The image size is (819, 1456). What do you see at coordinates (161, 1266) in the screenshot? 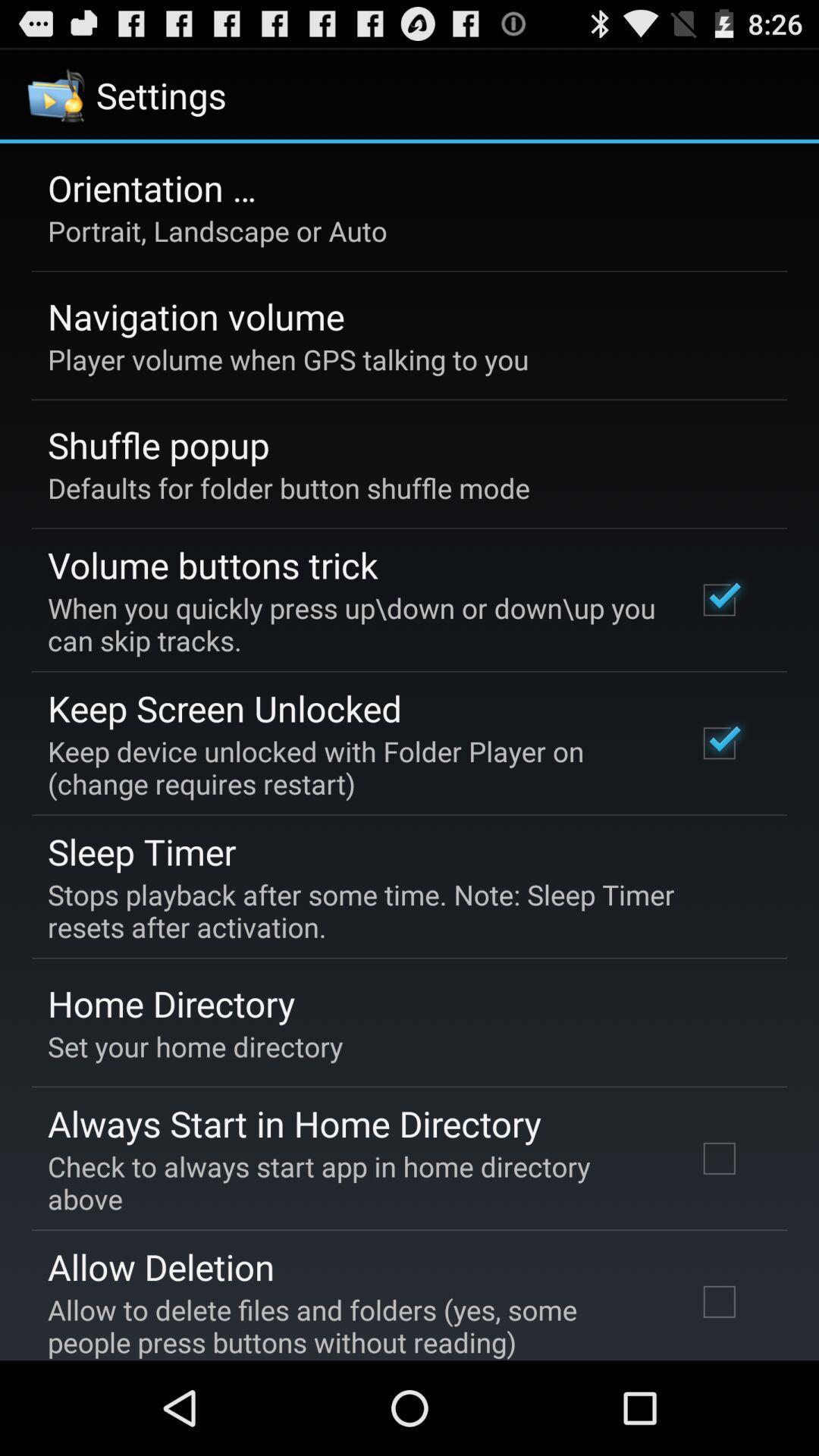
I see `the item below check to always app` at bounding box center [161, 1266].